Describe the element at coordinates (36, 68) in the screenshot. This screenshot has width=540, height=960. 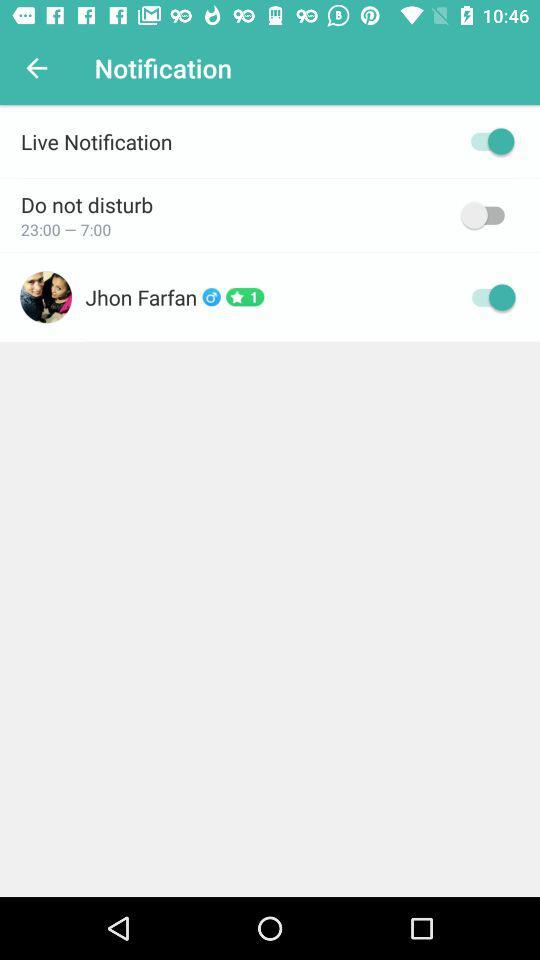
I see `the icon above live notification` at that location.